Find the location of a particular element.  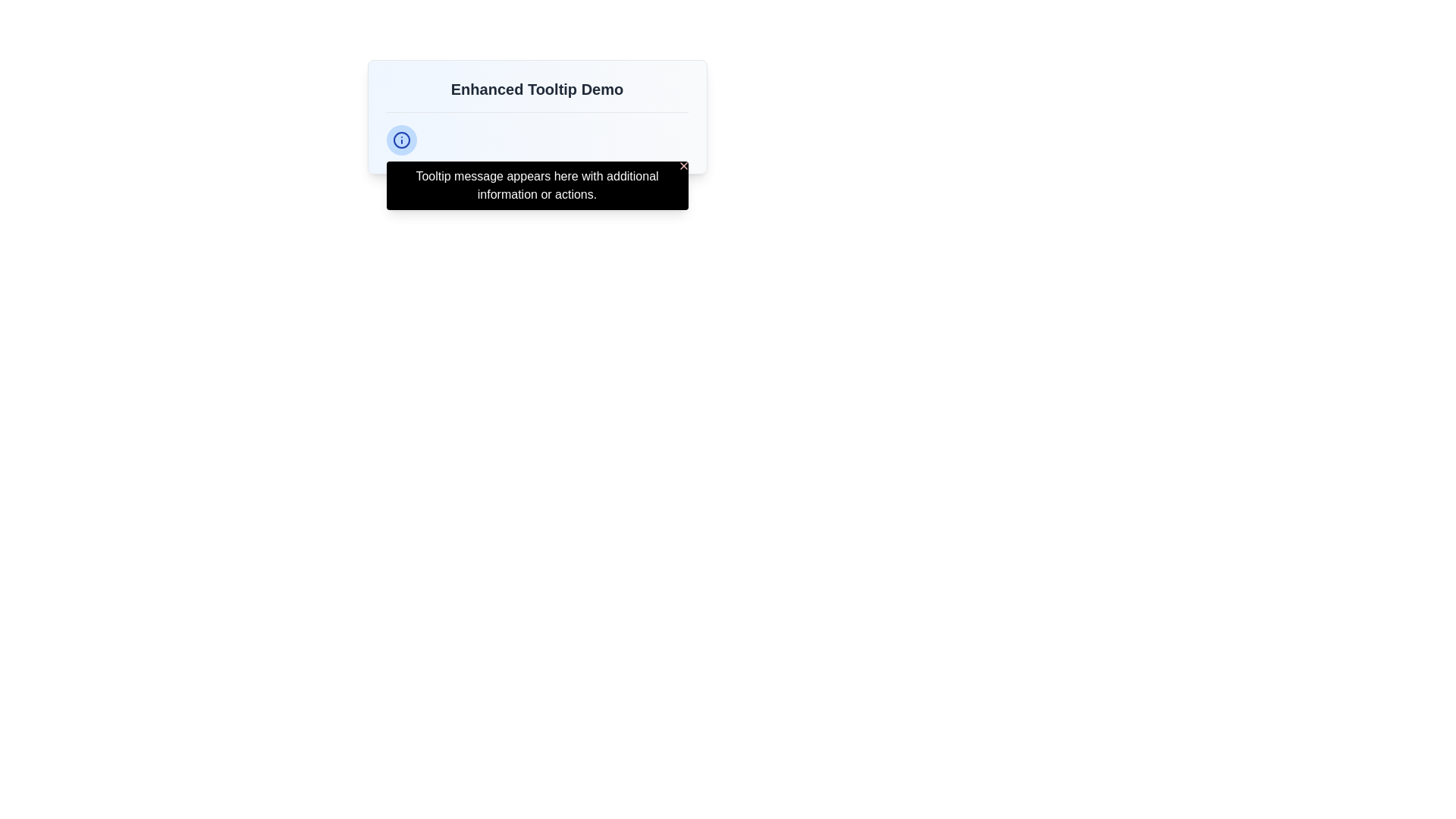

the Tooltip displaying the message 'Tooltip message appears here with additional information or actions.' which has a black background and white text, located centrally below the blue circular information icon is located at coordinates (537, 185).